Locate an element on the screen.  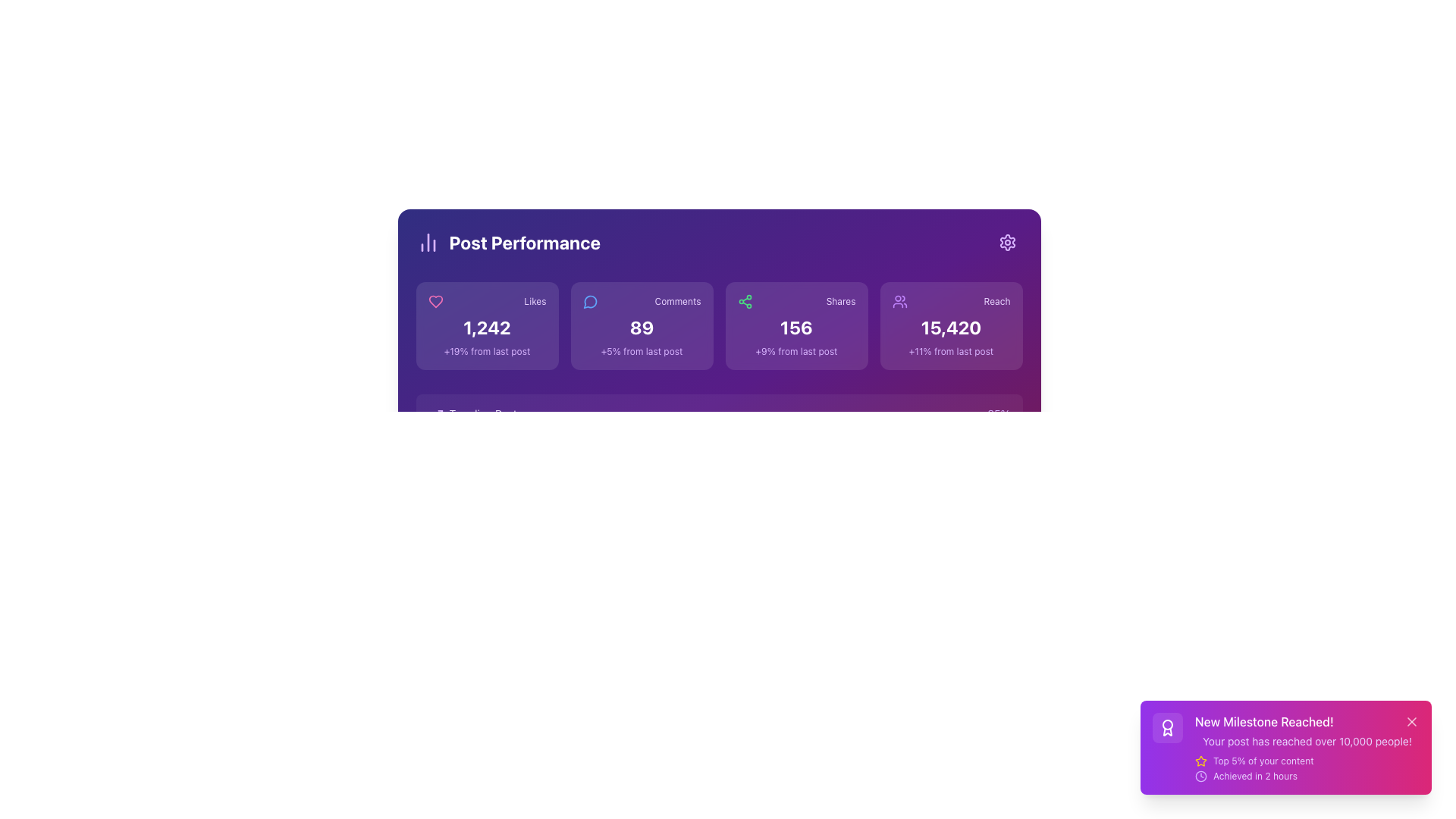
the green-colored icon resembling a connected nodes graph located in the 'Shares' section of the 'Post Performance' panel, positioned at the top-left corner beside the numerical display is located at coordinates (745, 301).